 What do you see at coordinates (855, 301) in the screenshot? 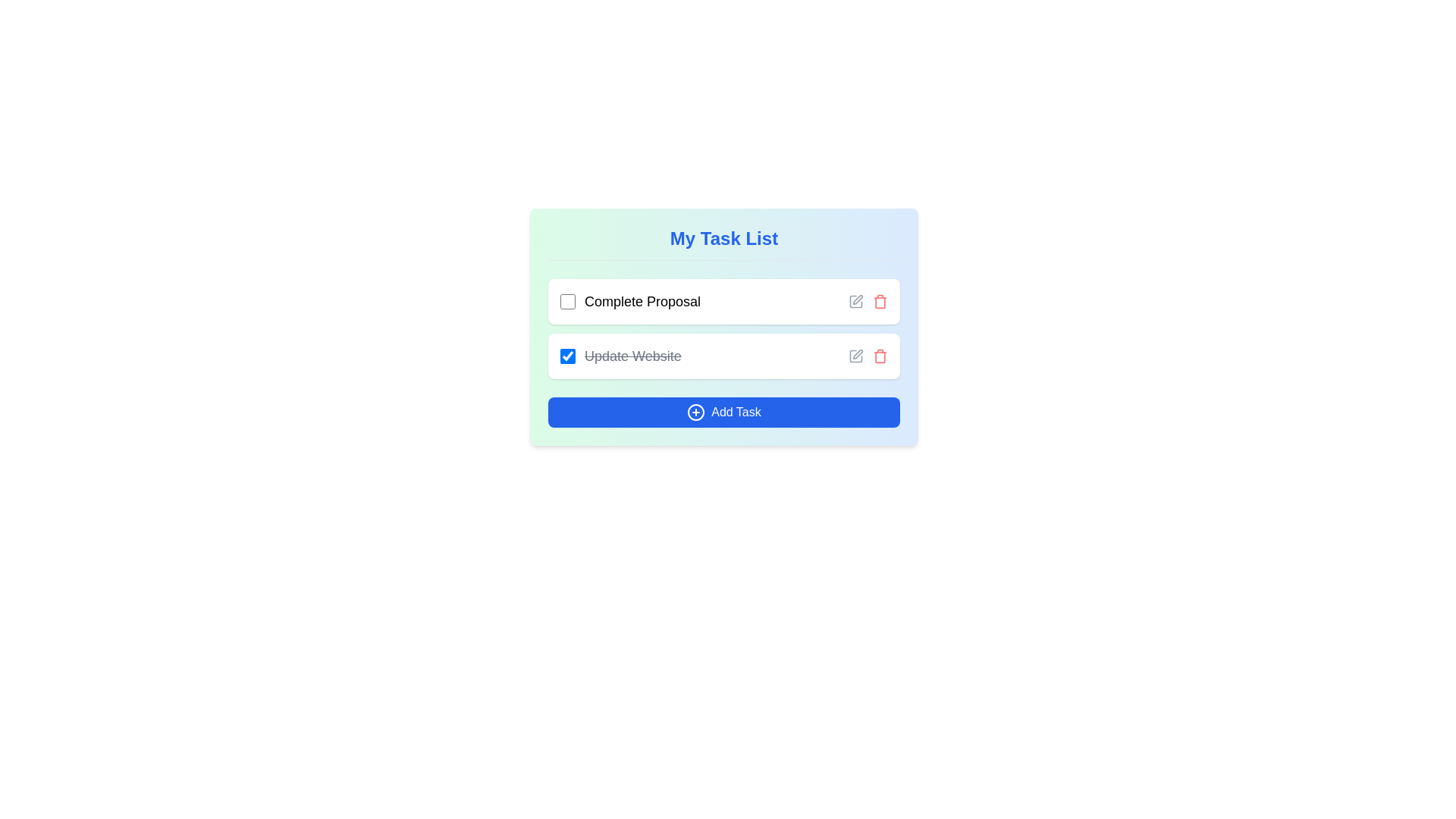
I see `the edit button located in the upper row of the task list, adjacent to the 'Complete Proposal' task` at bounding box center [855, 301].